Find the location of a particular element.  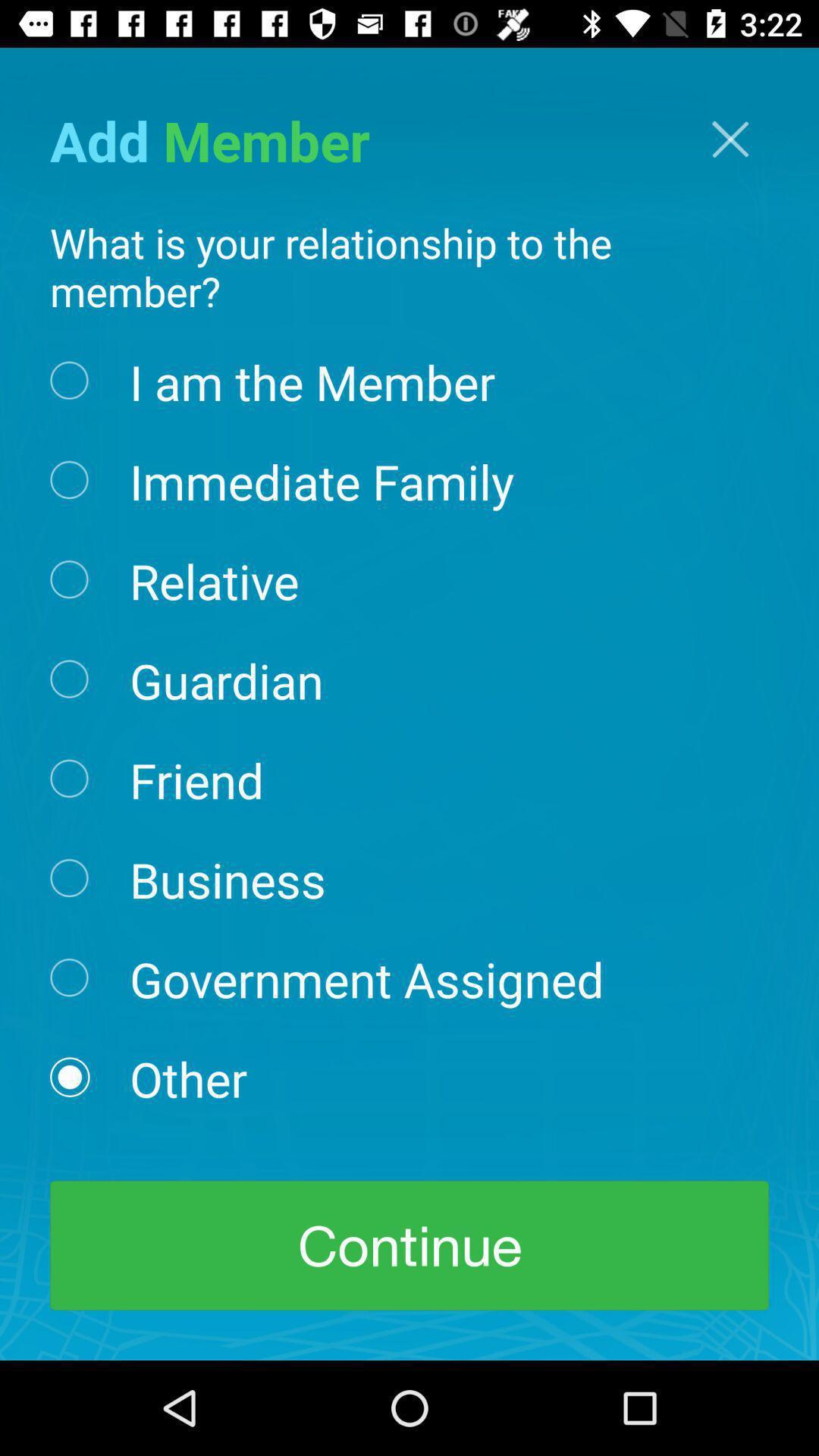

the icon above guardian icon is located at coordinates (214, 579).